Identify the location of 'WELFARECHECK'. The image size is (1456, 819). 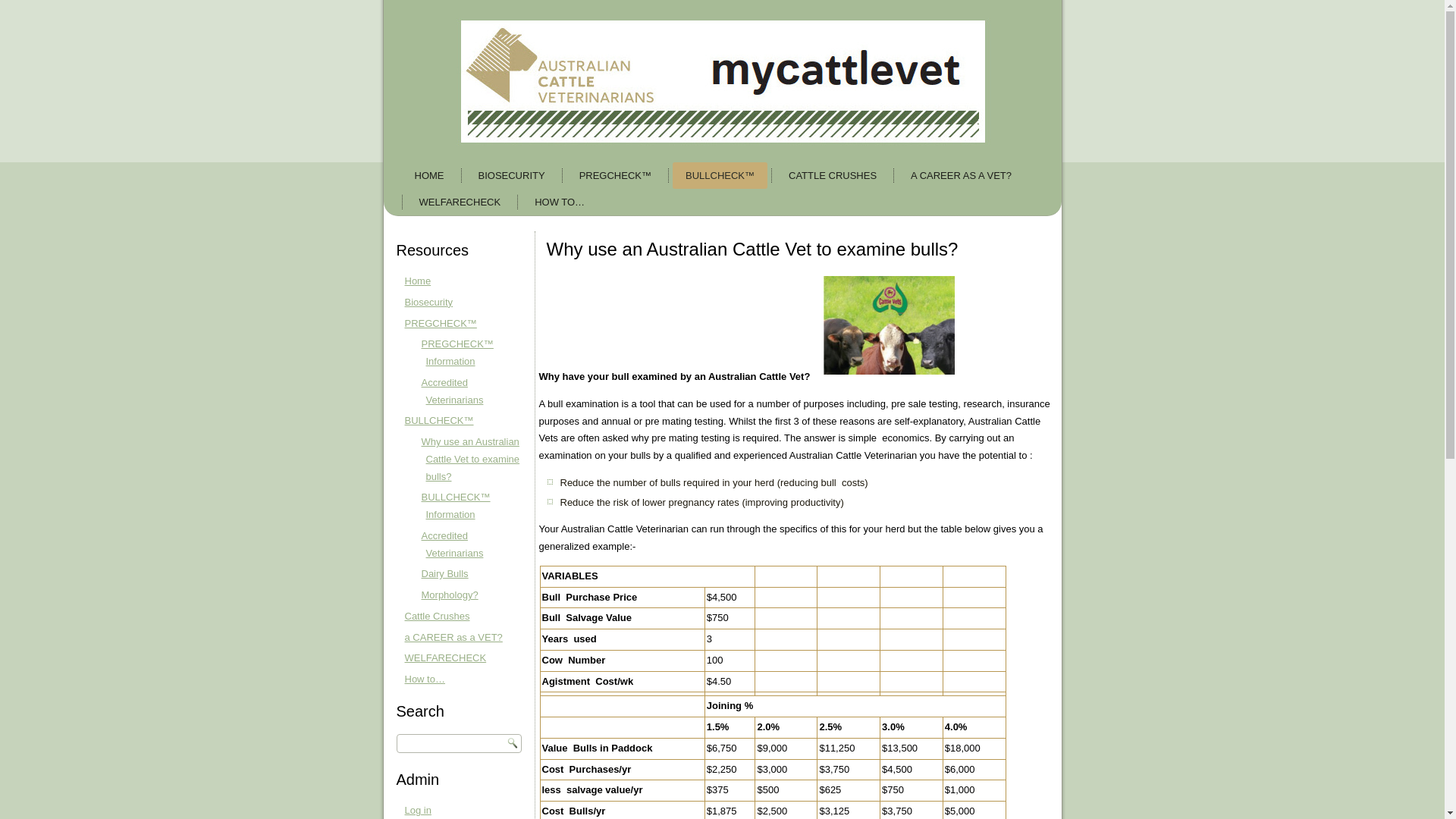
(459, 201).